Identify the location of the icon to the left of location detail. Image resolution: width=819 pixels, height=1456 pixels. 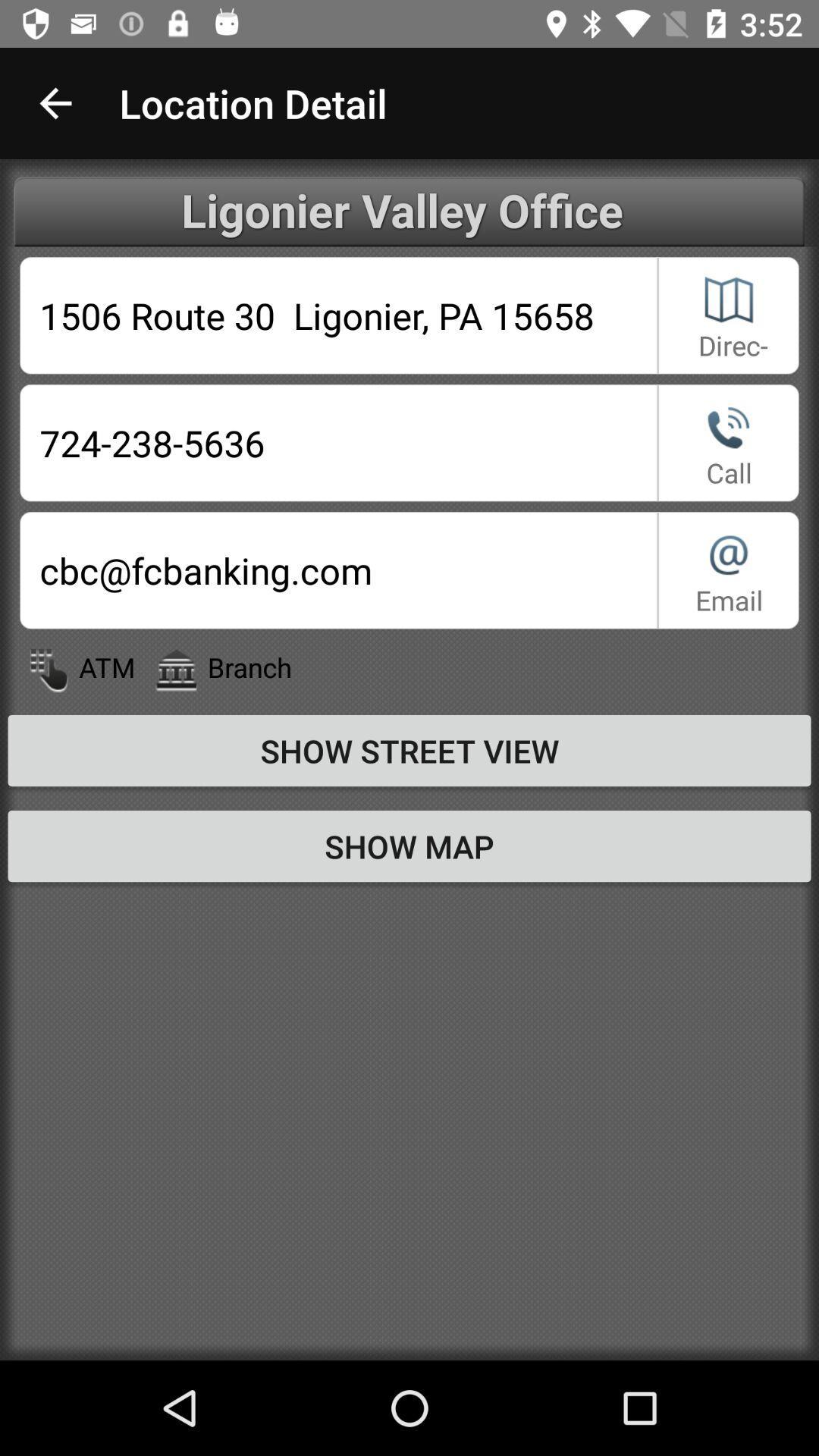
(55, 102).